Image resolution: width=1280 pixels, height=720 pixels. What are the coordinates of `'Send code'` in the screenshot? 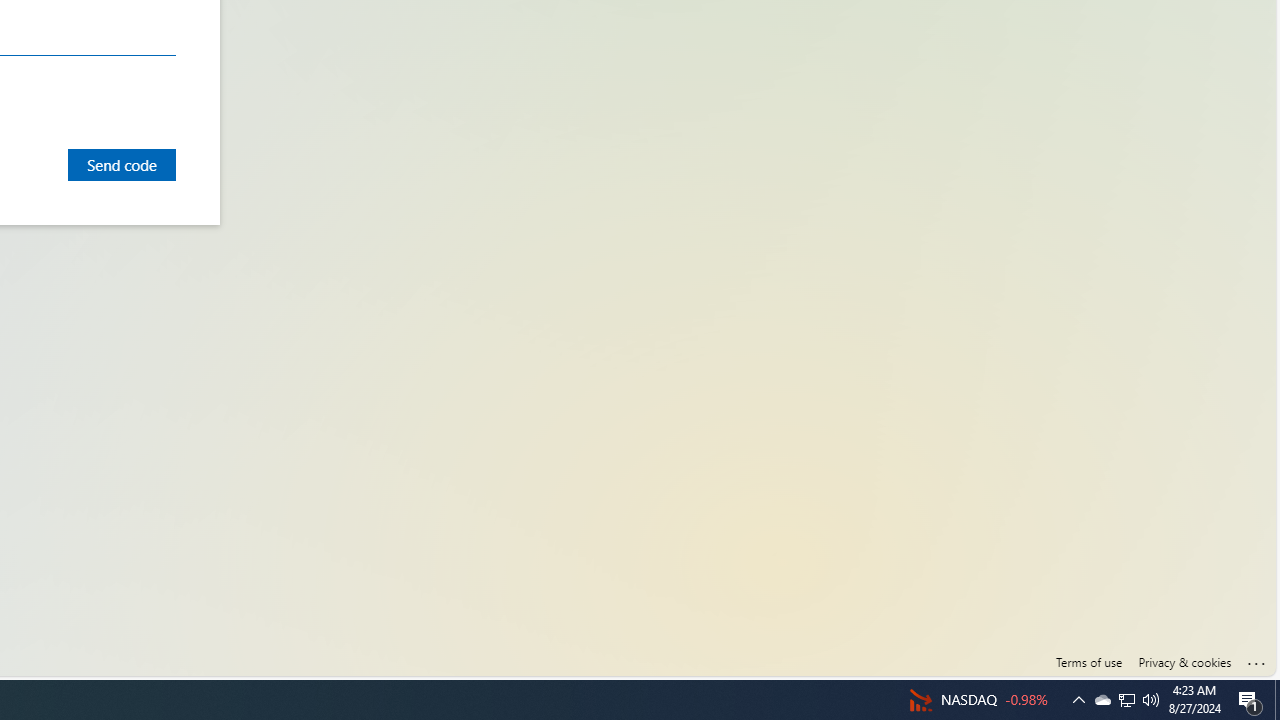 It's located at (121, 163).